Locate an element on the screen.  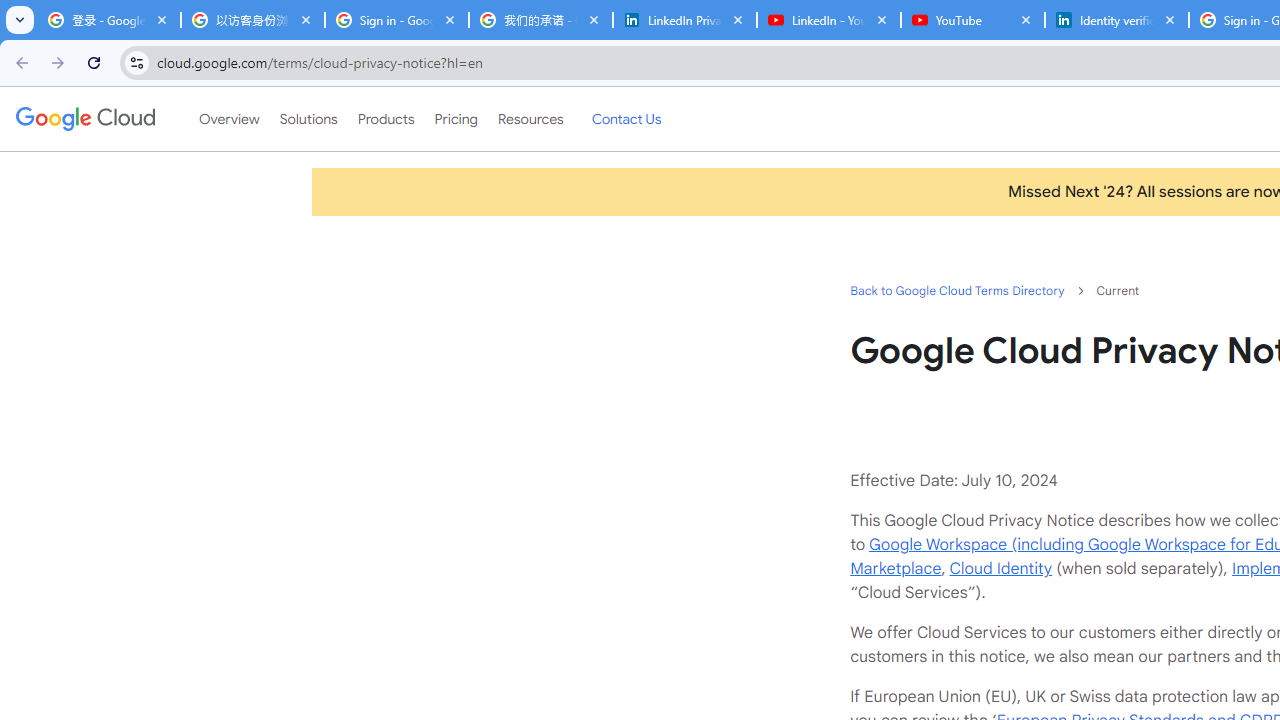
'Back to Google Cloud Terms Directory' is located at coordinates (956, 290).